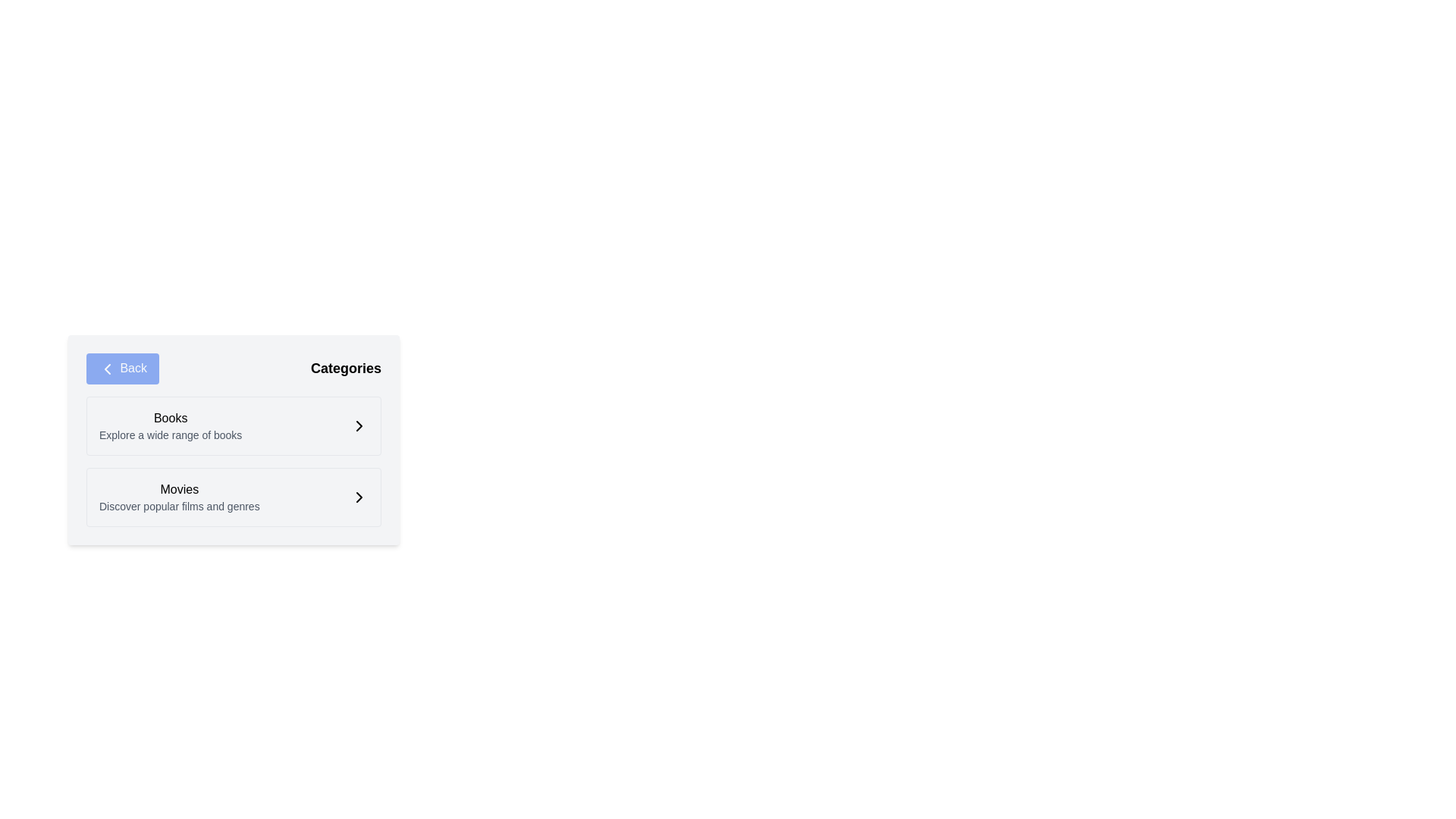 Image resolution: width=1456 pixels, height=819 pixels. I want to click on the informational text block titled 'Books', so click(171, 425).